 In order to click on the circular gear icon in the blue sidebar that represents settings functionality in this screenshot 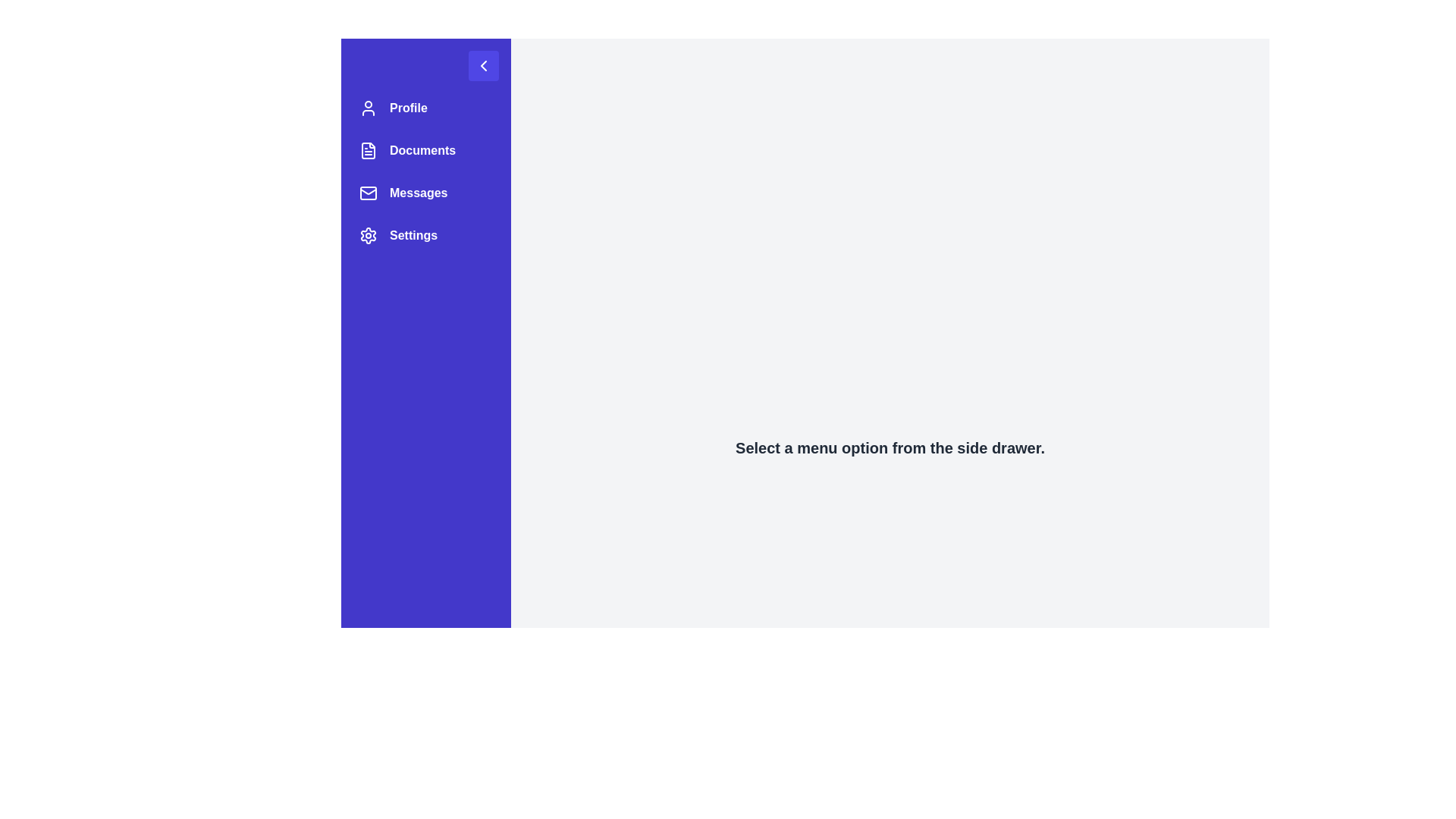, I will do `click(368, 236)`.